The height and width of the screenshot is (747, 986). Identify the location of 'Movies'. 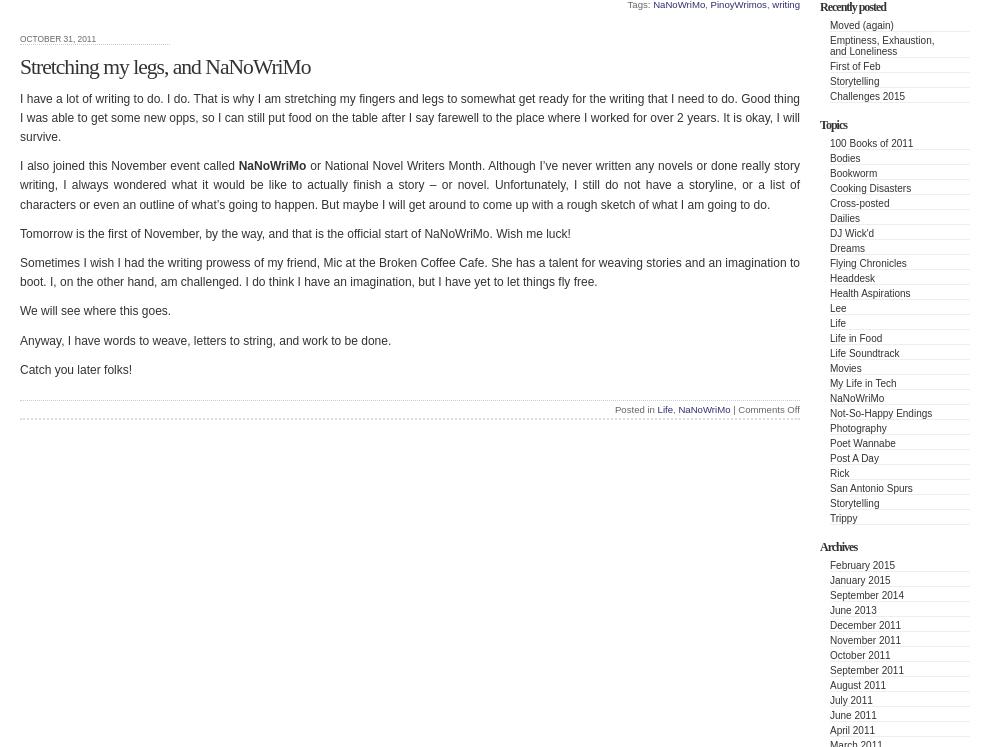
(829, 367).